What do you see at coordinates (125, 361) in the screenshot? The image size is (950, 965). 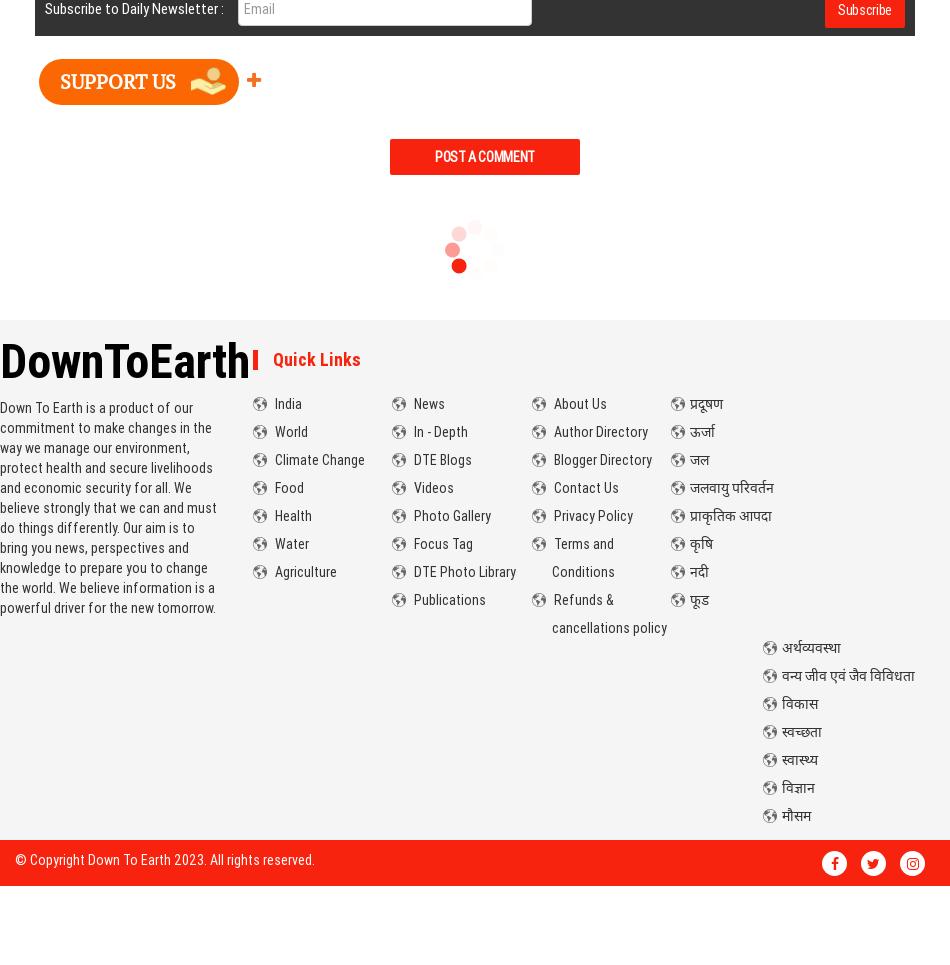 I see `'DownToEarth'` at bounding box center [125, 361].